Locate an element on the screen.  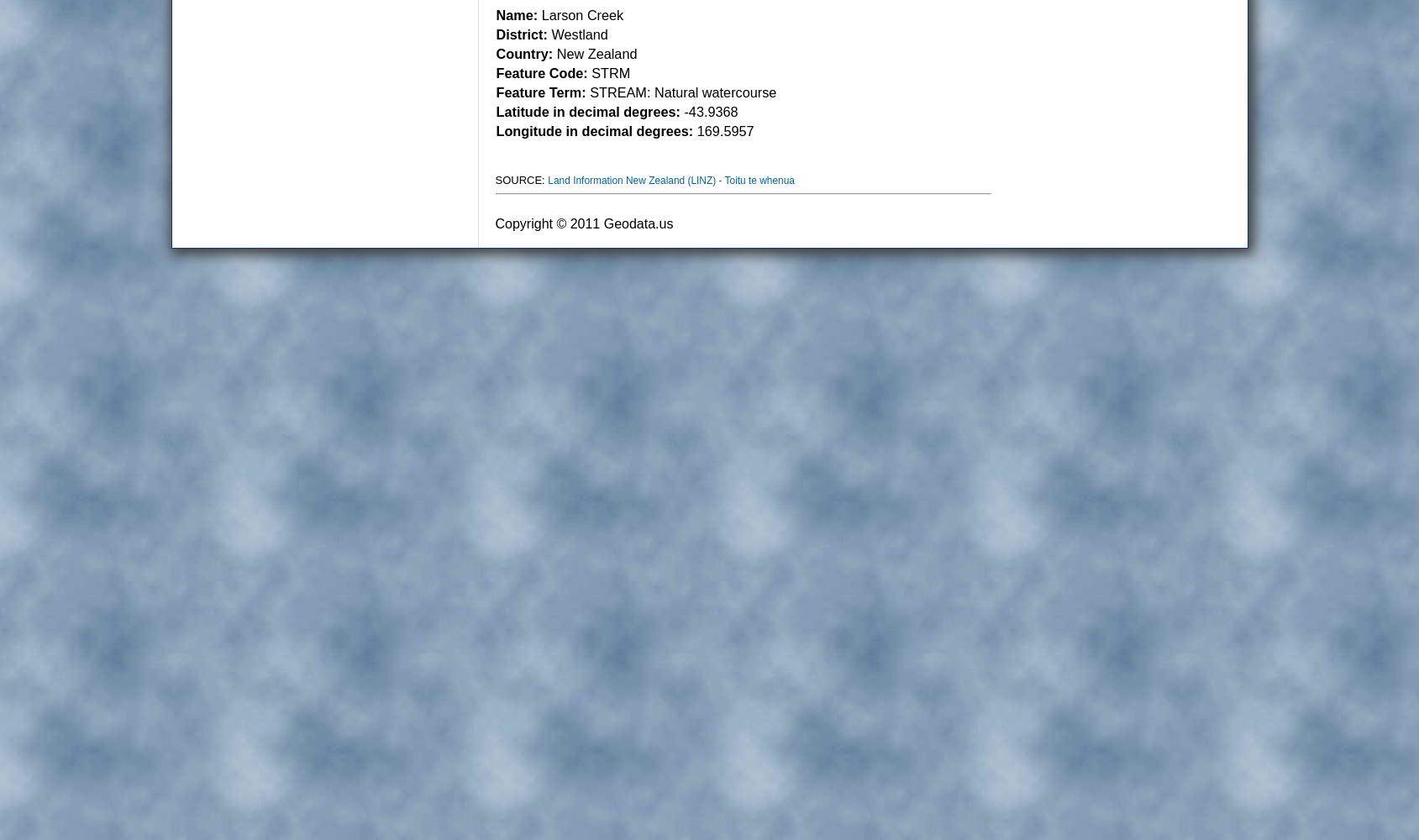
'Feature Term:' is located at coordinates (539, 92).